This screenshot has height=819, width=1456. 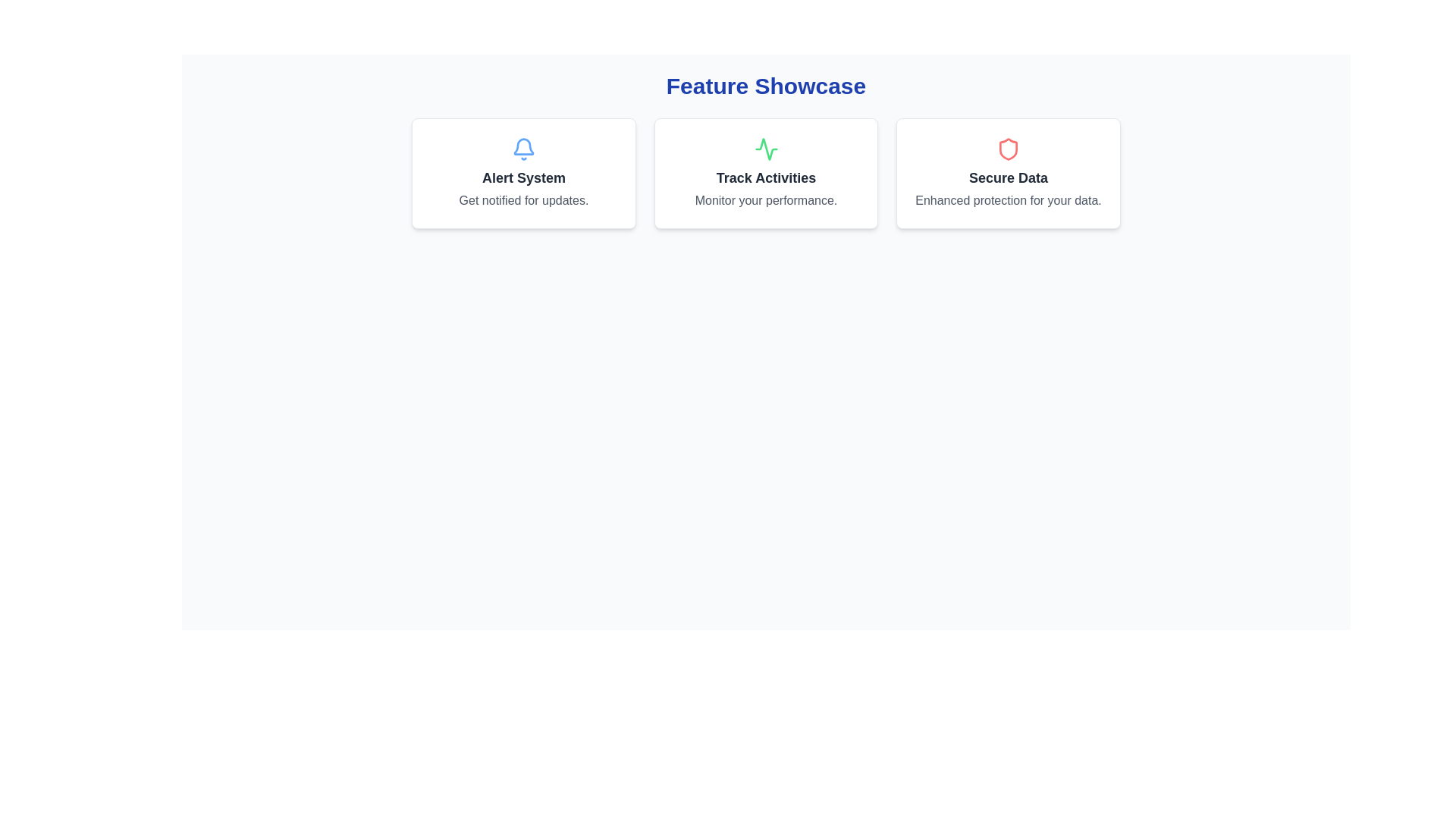 I want to click on the text element that reads 'Monitor your performance.' which is styled in gray and located beneath the 'Track Activities' title in the middle content block, so click(x=766, y=200).